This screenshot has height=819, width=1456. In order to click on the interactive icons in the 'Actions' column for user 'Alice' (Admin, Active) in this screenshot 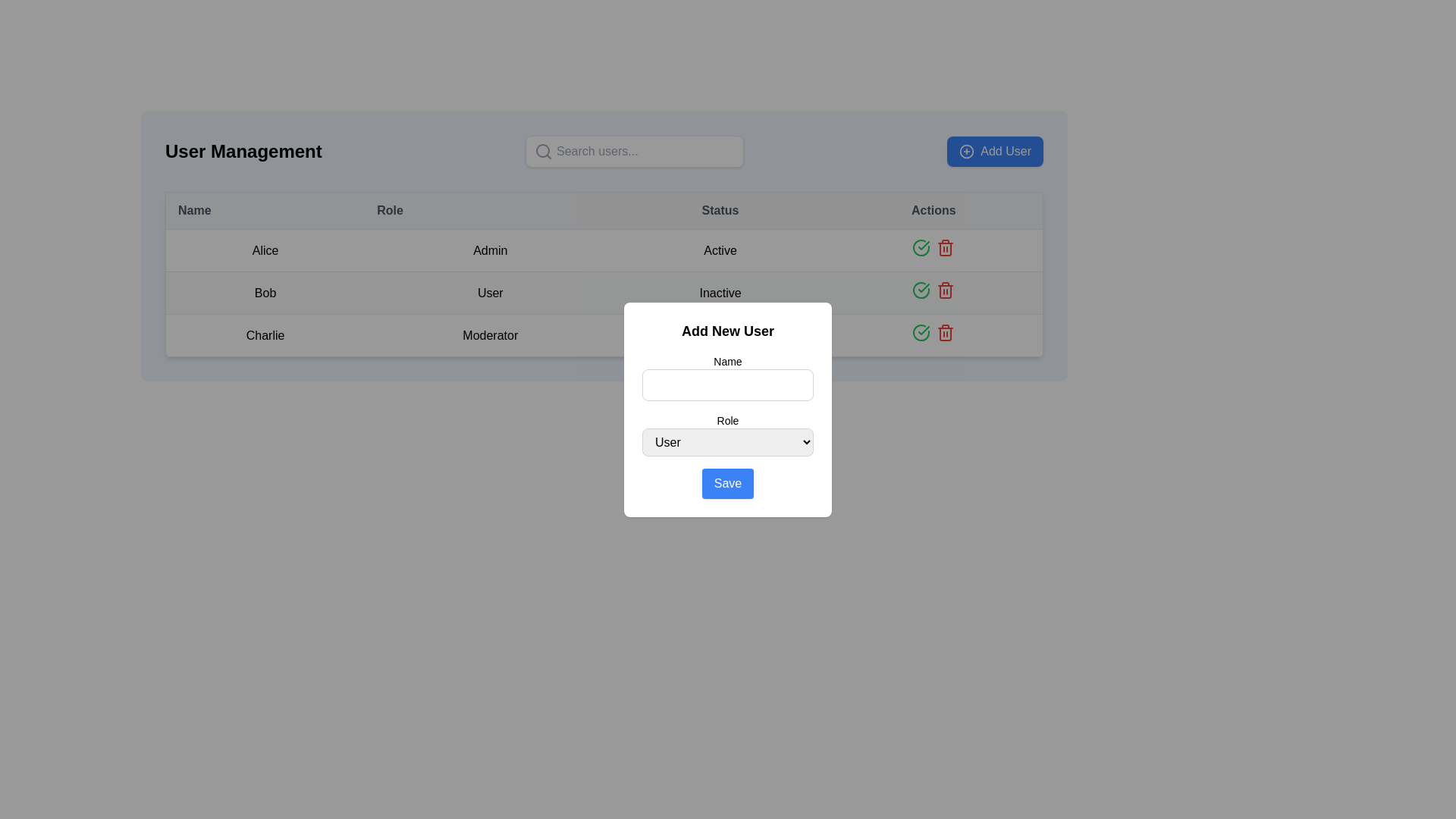, I will do `click(933, 249)`.